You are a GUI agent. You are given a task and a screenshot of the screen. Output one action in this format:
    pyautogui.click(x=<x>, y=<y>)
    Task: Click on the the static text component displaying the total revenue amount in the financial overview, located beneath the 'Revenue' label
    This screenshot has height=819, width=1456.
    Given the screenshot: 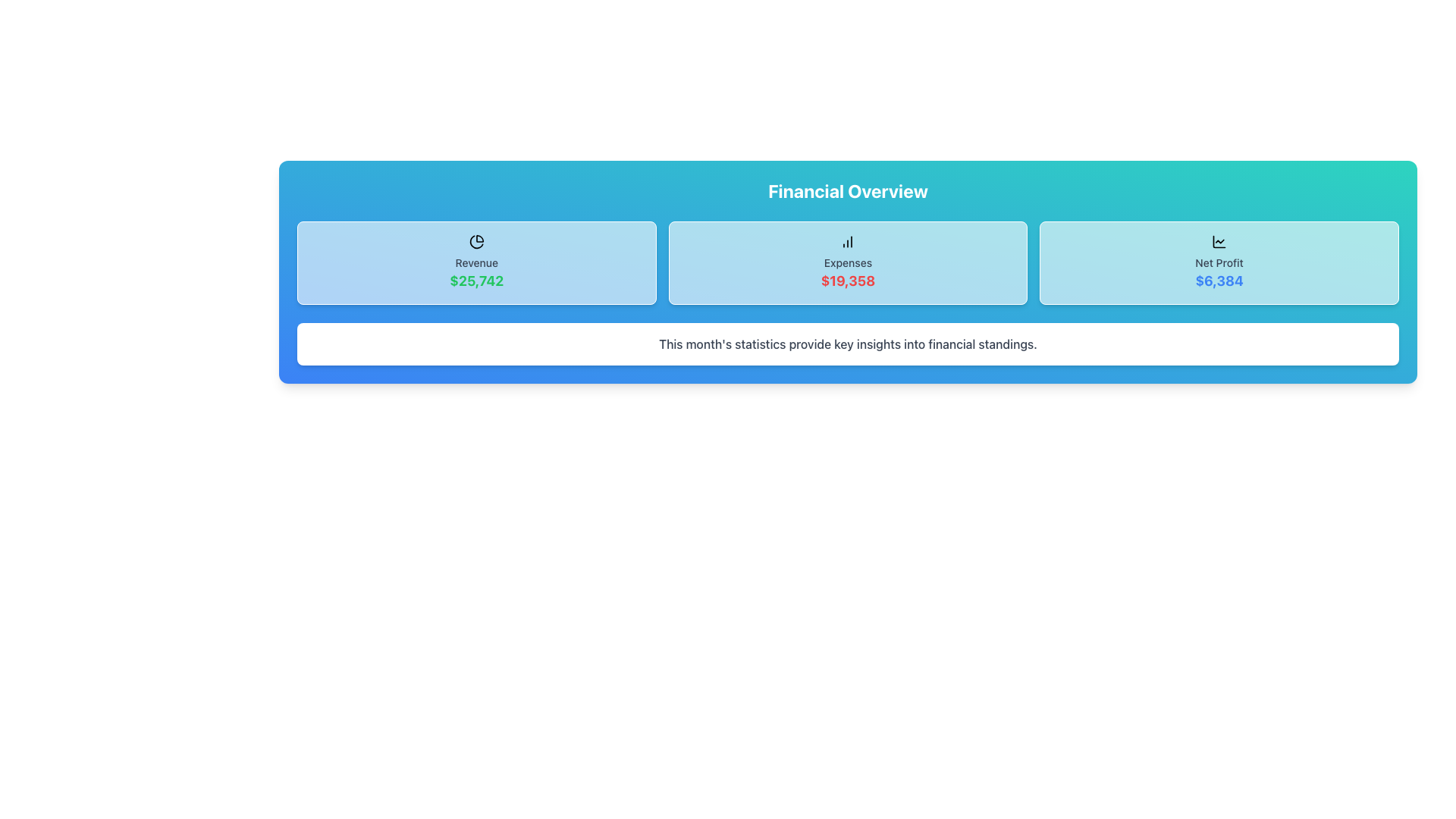 What is the action you would take?
    pyautogui.click(x=475, y=281)
    